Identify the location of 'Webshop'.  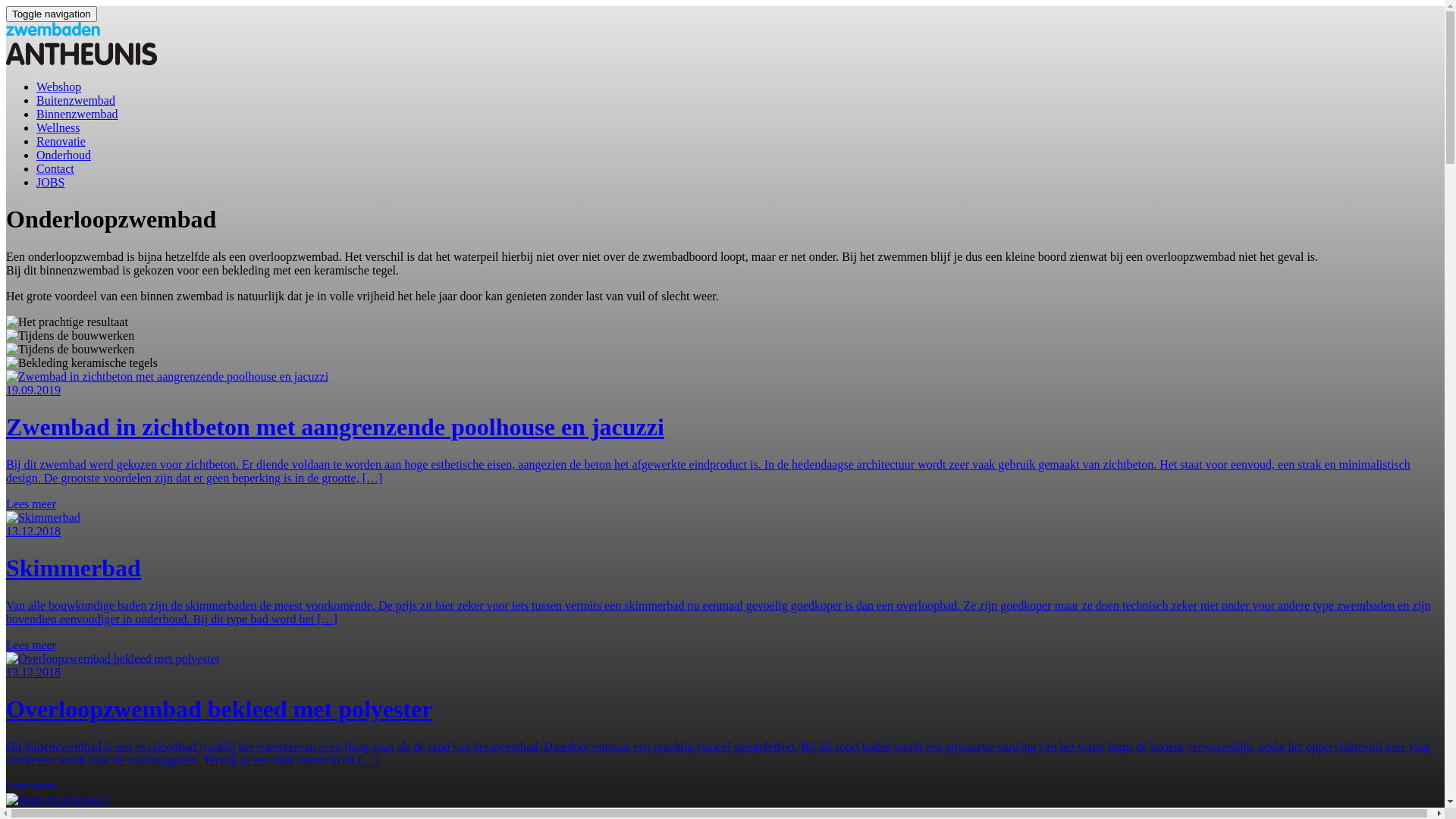
(58, 86).